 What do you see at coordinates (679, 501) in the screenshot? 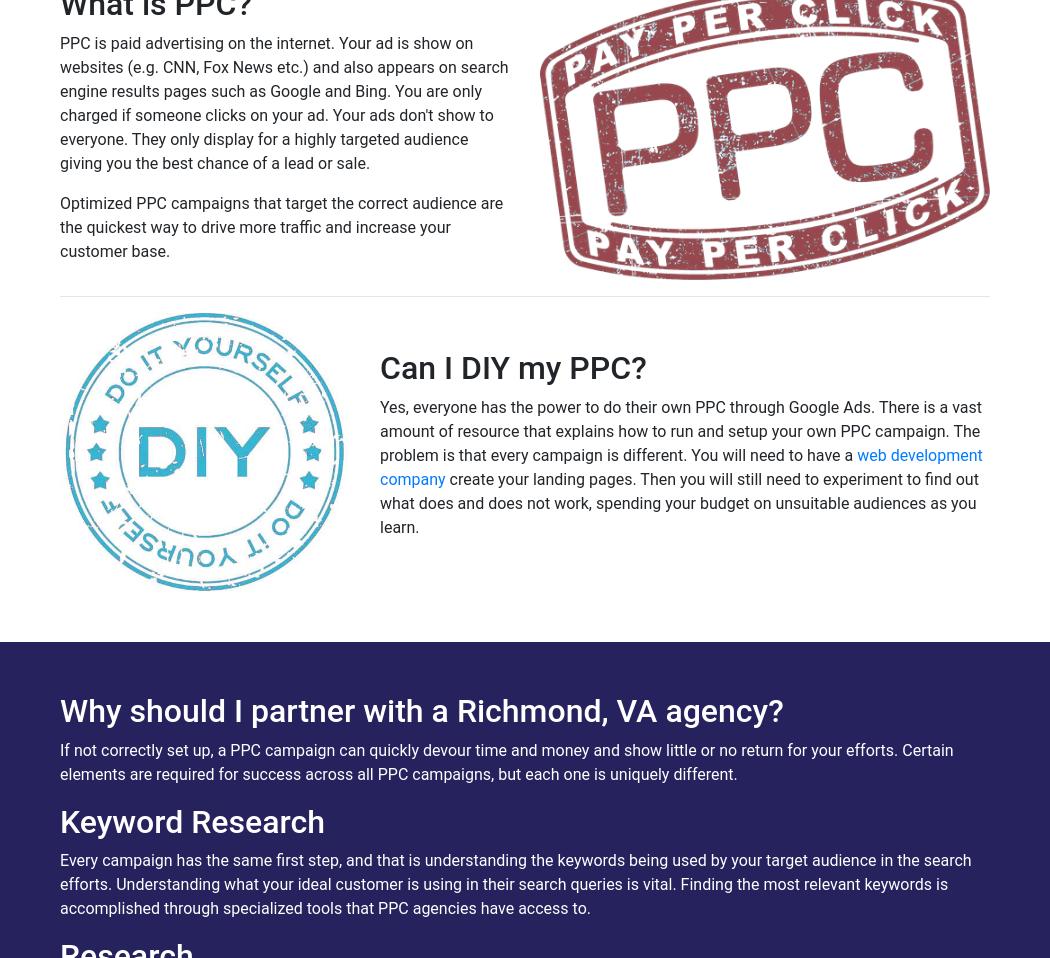
I see `'create your landing pages. Then you will still need to experiment to find out what does and does not work, spending your budget on unsuitable audiences as you learn.'` at bounding box center [679, 501].